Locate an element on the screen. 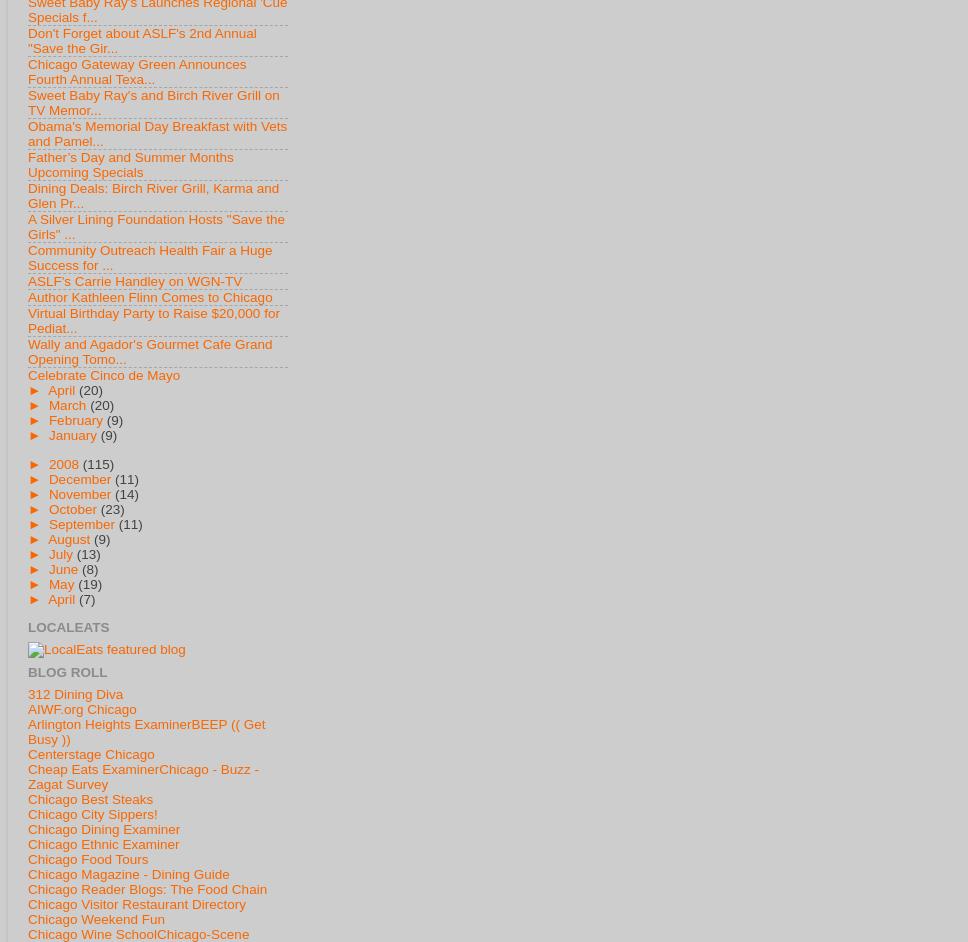 Image resolution: width=968 pixels, height=942 pixels. 'Chicago City Sippers!' is located at coordinates (92, 812).